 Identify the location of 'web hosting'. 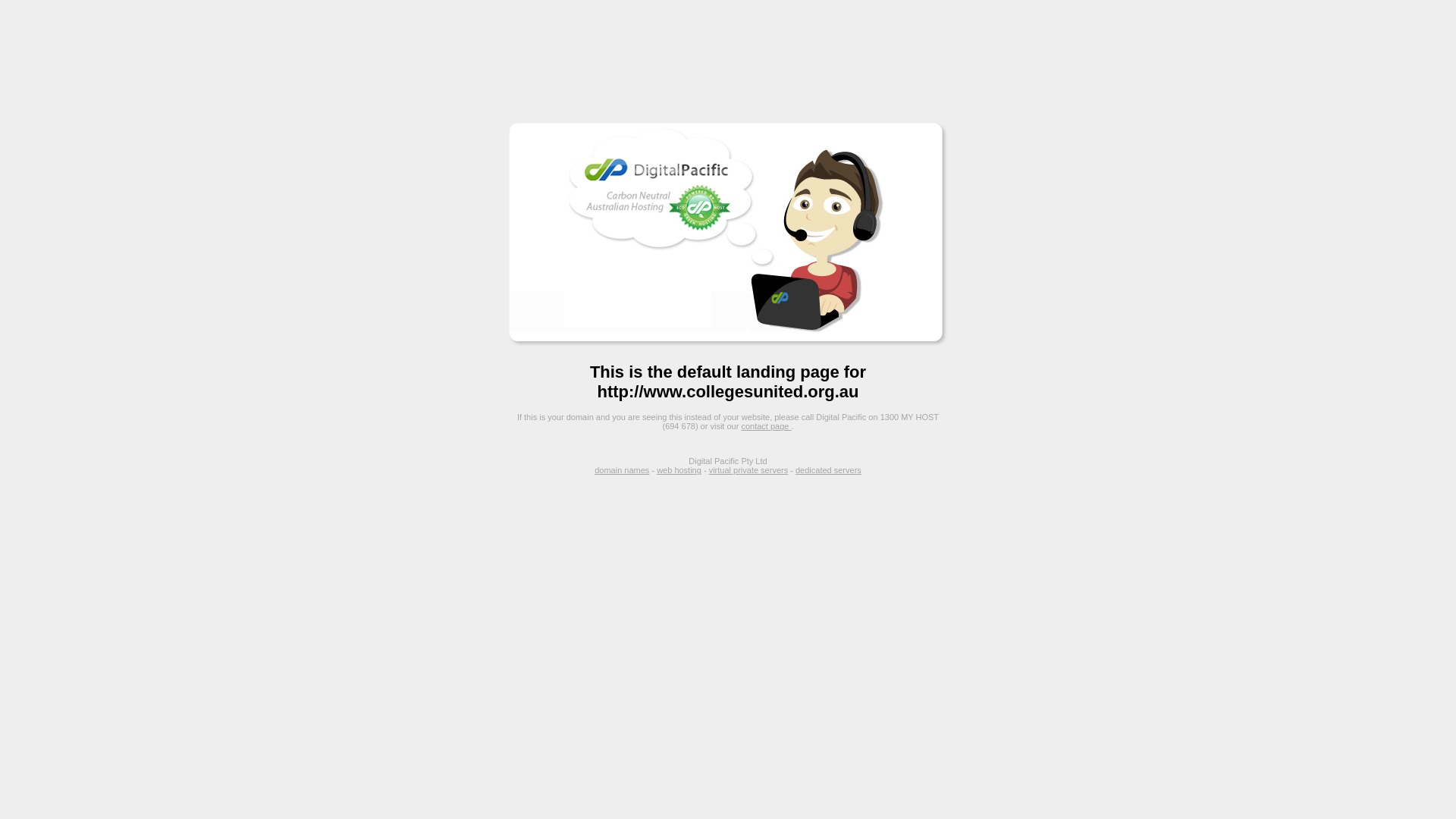
(678, 469).